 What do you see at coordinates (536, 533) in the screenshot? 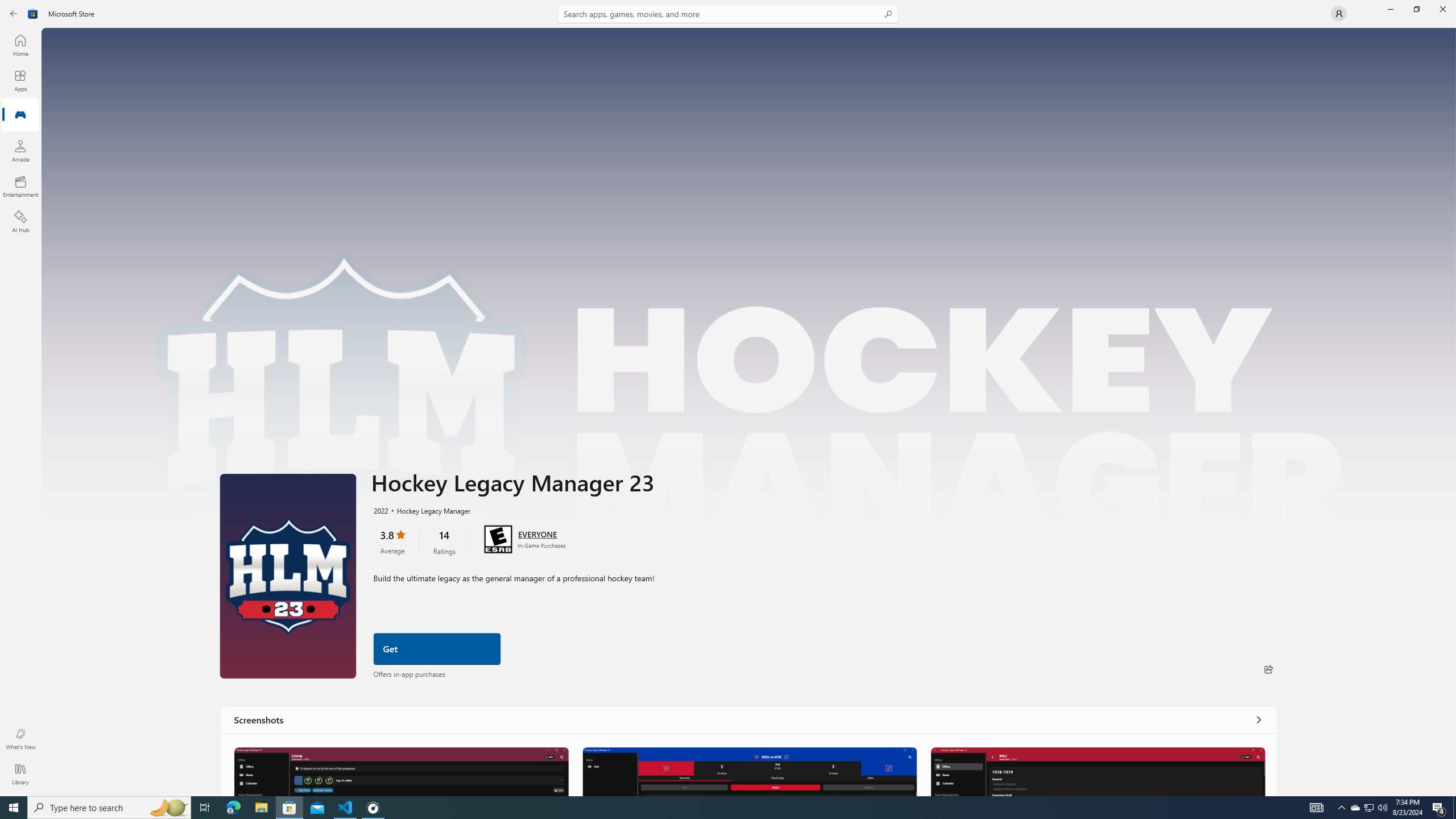
I see `'Age rating: EVERYONE. Click for more information.'` at bounding box center [536, 533].